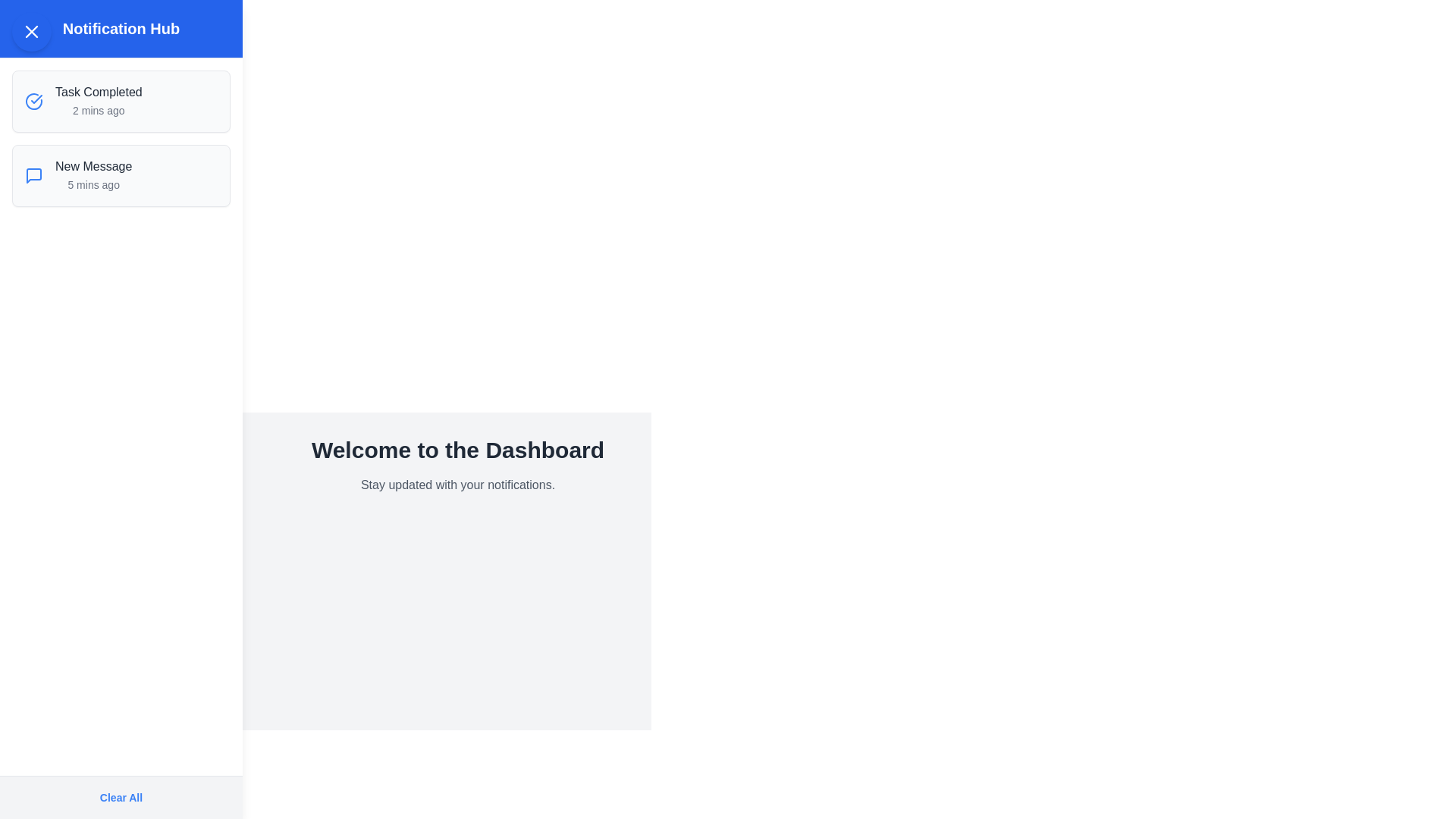 This screenshot has height=819, width=1456. I want to click on the circular icon with a blue border and checkmark inside, representing a completed action, located at the top-left corner of the 'Task Completed' list item, so click(33, 102).